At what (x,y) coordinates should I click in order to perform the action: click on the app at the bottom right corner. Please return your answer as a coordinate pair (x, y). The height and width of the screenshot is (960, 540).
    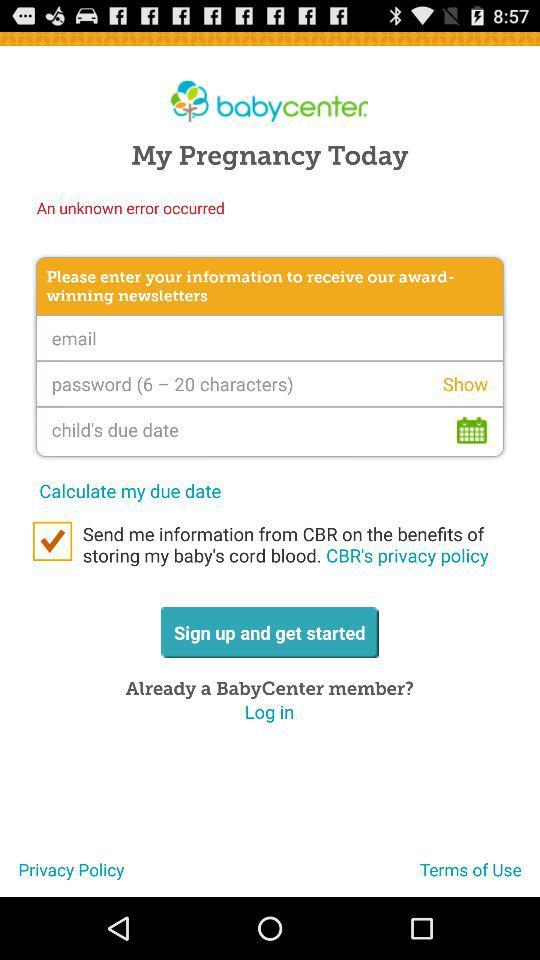
    Looking at the image, I should click on (479, 876).